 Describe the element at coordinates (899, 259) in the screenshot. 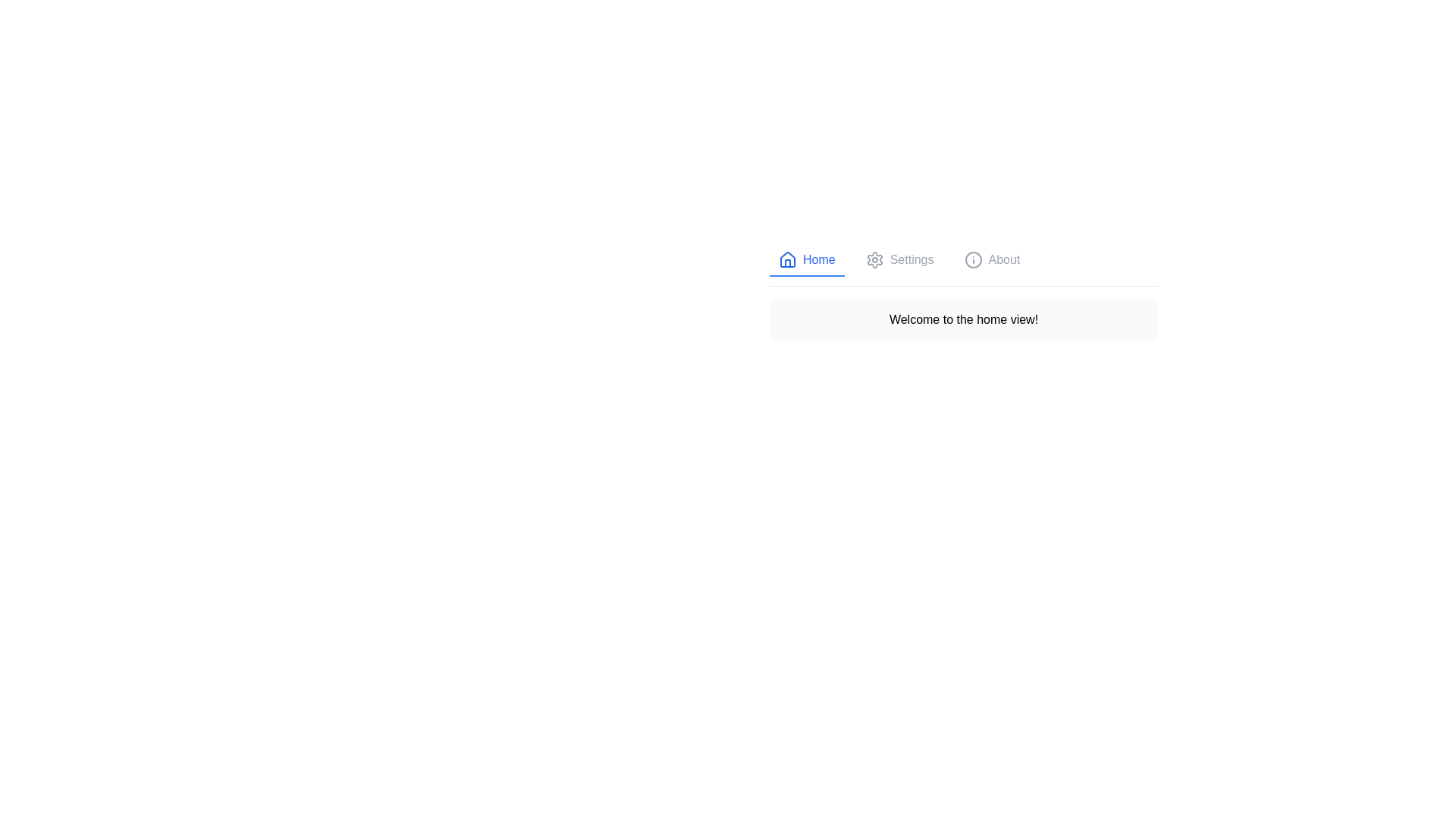

I see `the Settings tab by clicking on it` at that location.